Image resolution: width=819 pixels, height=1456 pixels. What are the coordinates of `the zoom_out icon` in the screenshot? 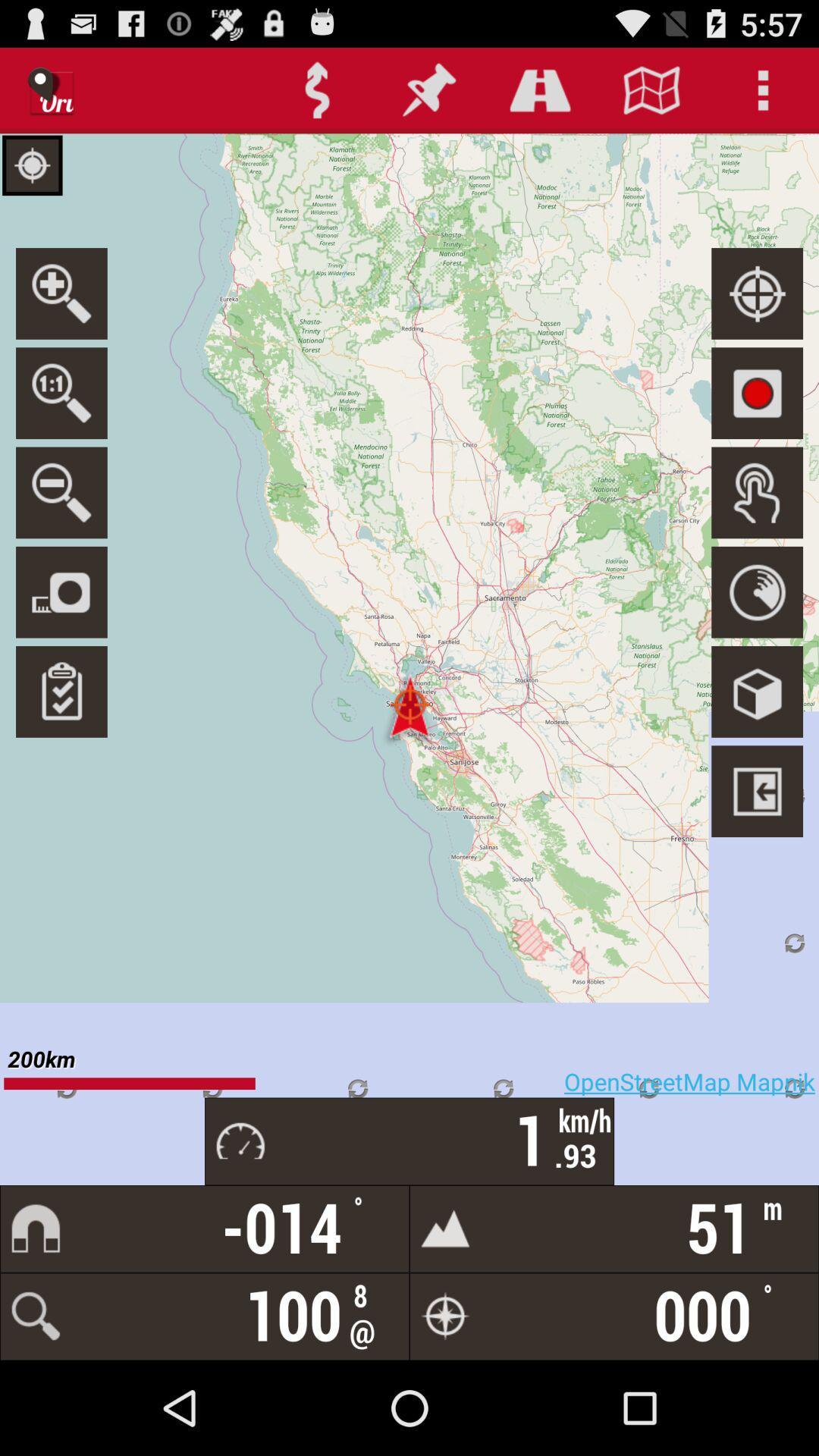 It's located at (61, 527).